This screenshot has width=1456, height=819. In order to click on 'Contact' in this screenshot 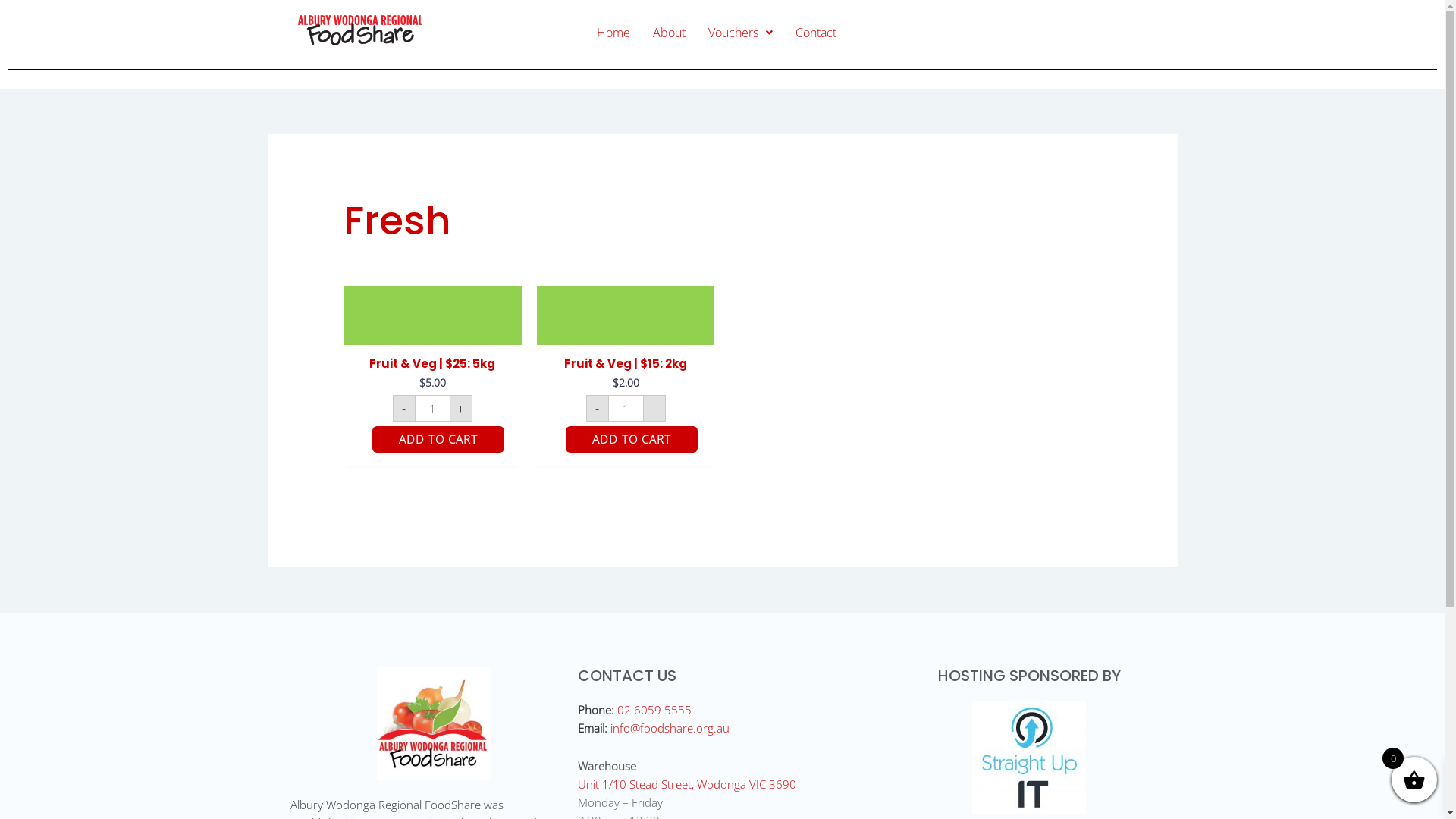, I will do `click(783, 32)`.